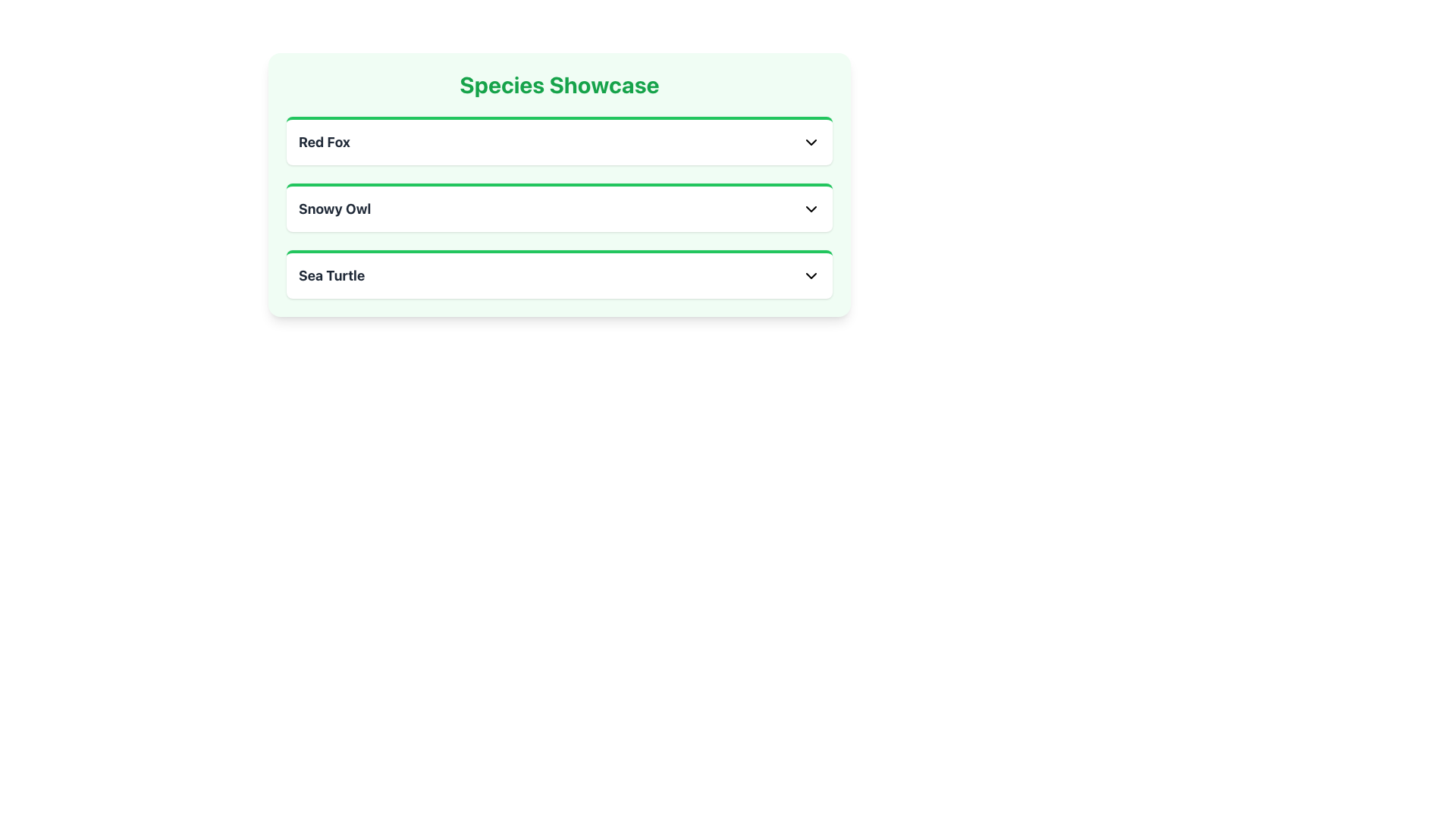 The height and width of the screenshot is (819, 1456). I want to click on the downward-pointing chevron icon with a black stroke located to the far right of the 'Snowy Owl' section, indicating an expandable or collapsible area, so click(811, 209).